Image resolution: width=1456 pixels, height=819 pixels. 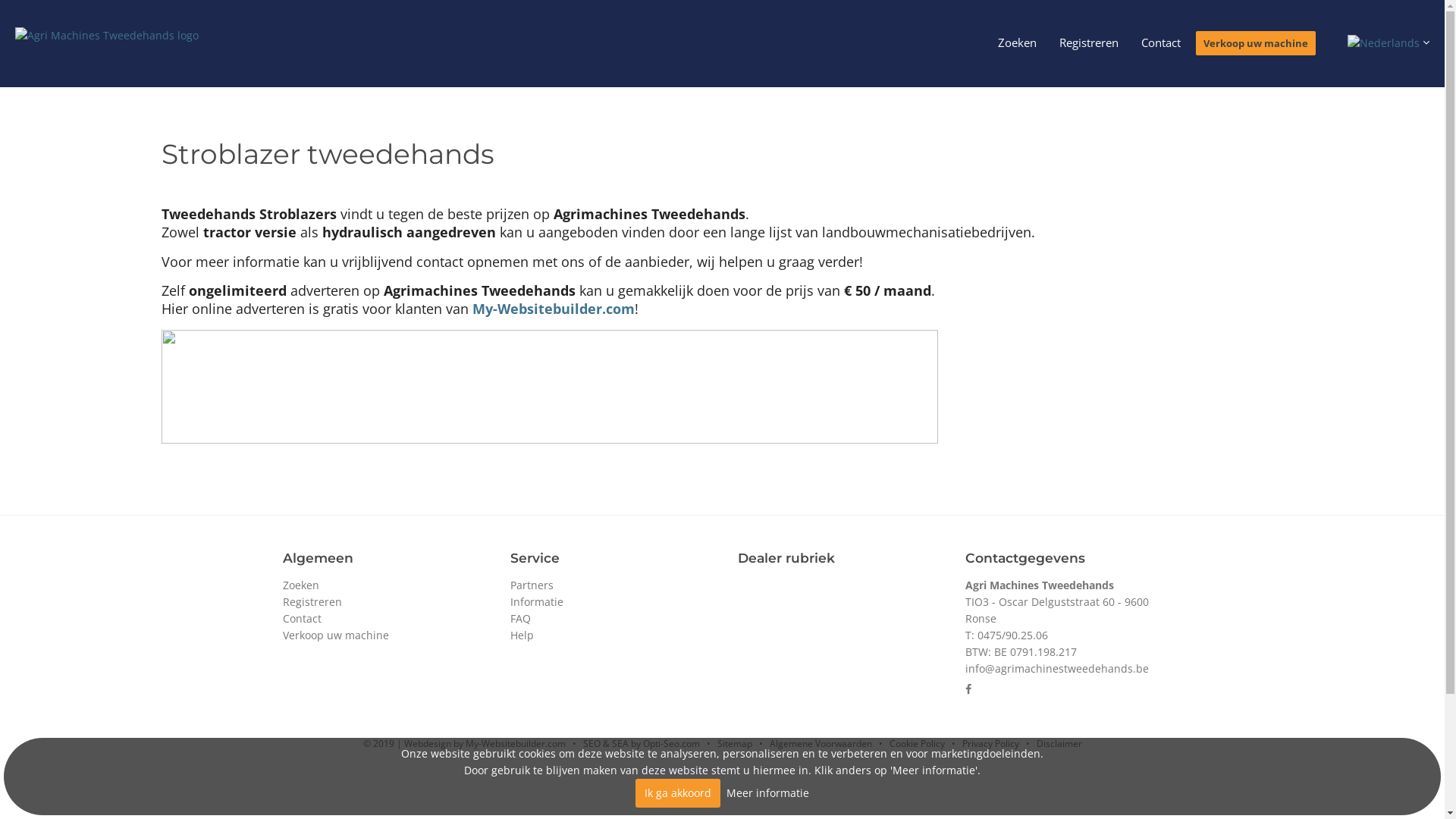 What do you see at coordinates (535, 601) in the screenshot?
I see `'Informatie'` at bounding box center [535, 601].